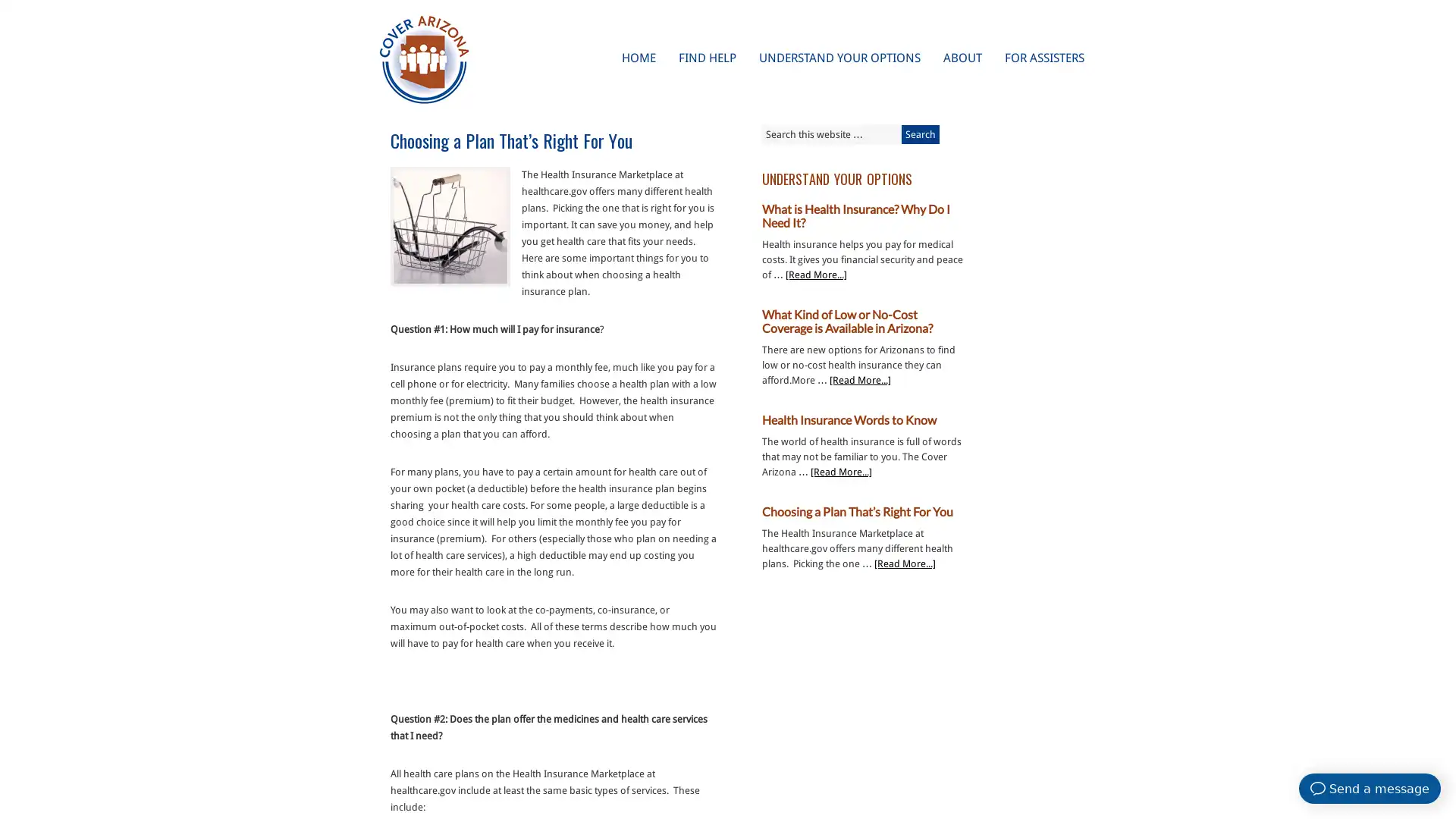  What do you see at coordinates (920, 133) in the screenshot?
I see `Search` at bounding box center [920, 133].